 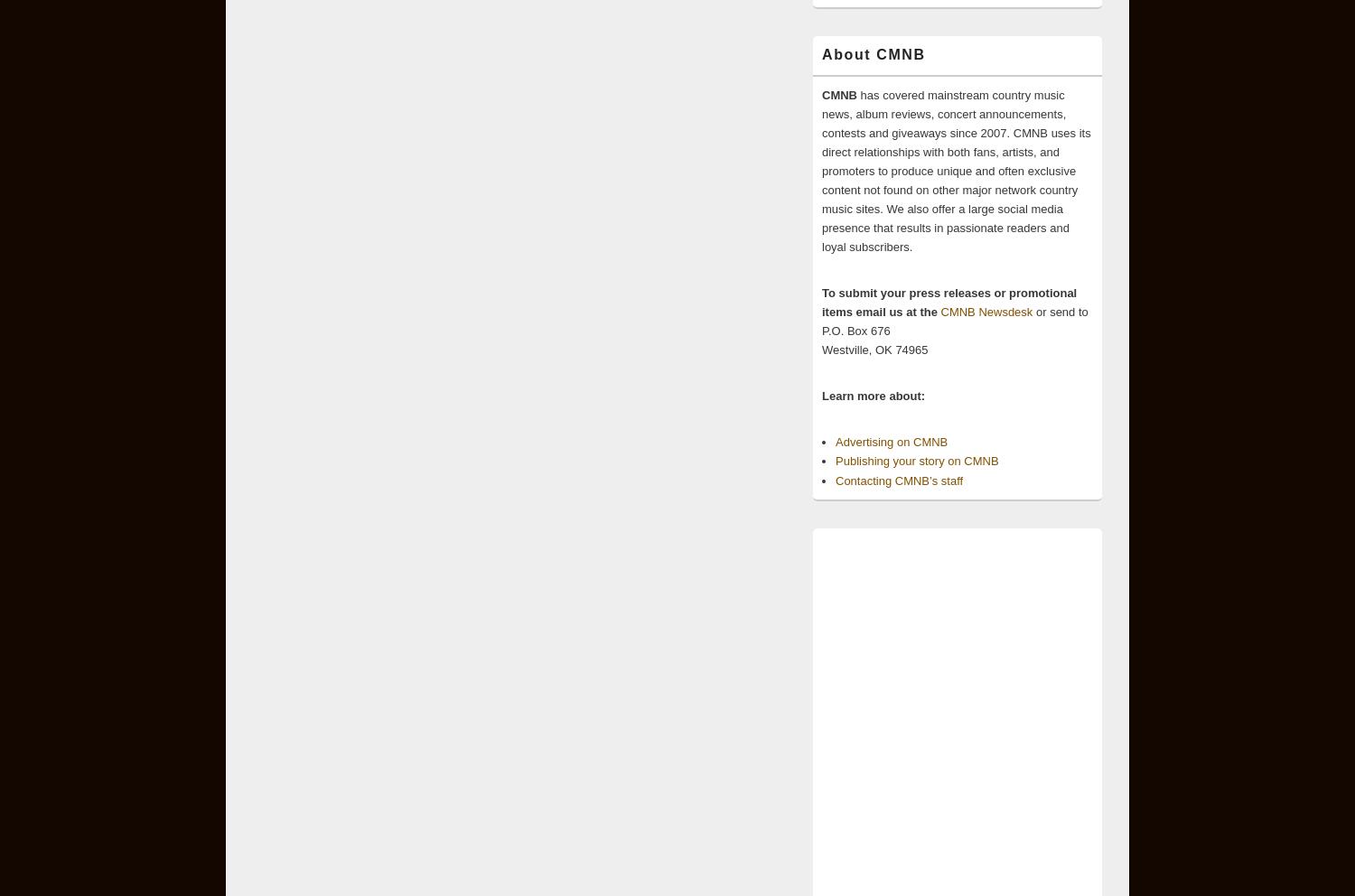 What do you see at coordinates (873, 395) in the screenshot?
I see `'Learn more about:'` at bounding box center [873, 395].